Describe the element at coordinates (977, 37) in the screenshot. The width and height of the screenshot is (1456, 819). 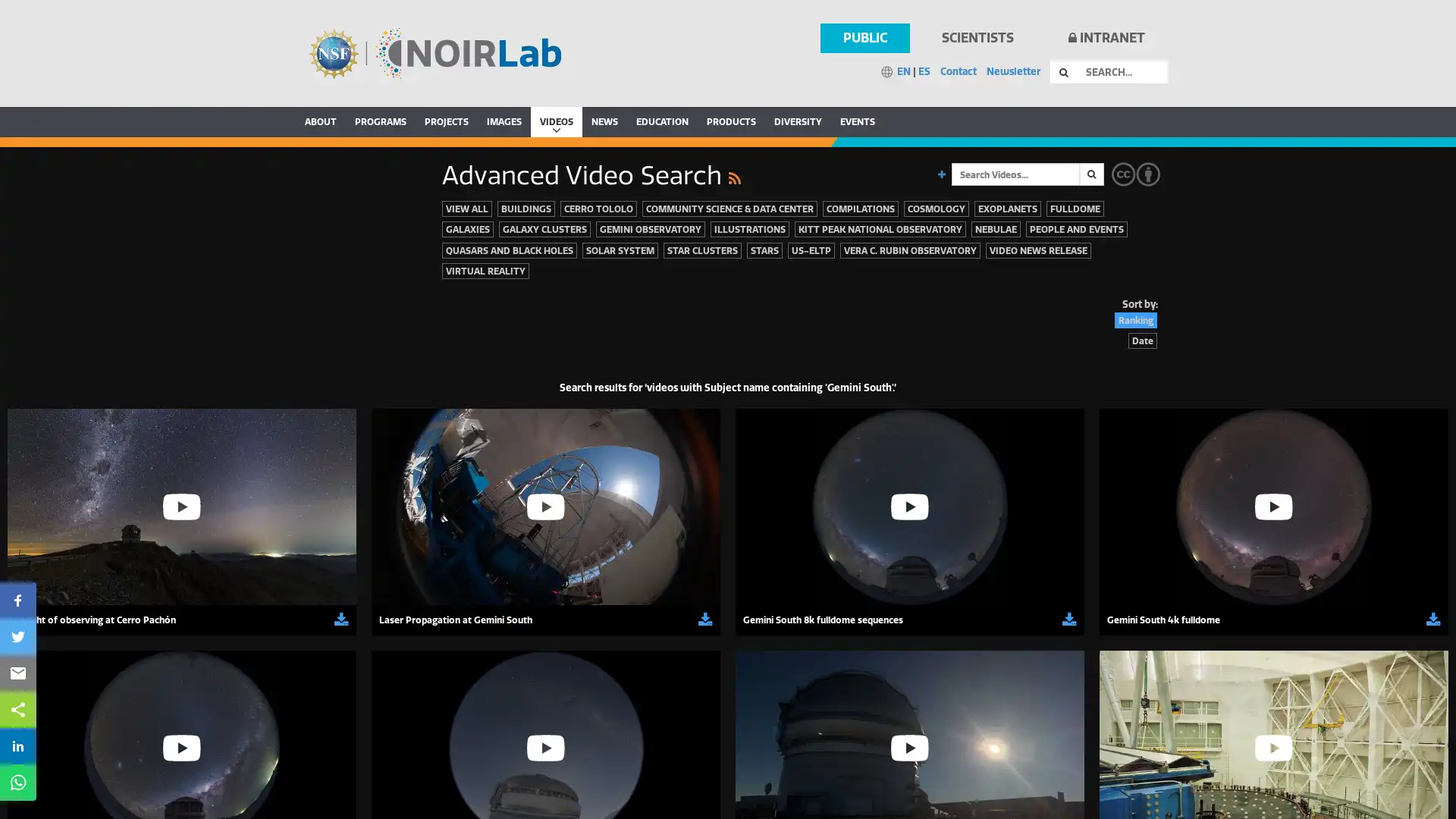
I see `SCIENTISTS` at that location.